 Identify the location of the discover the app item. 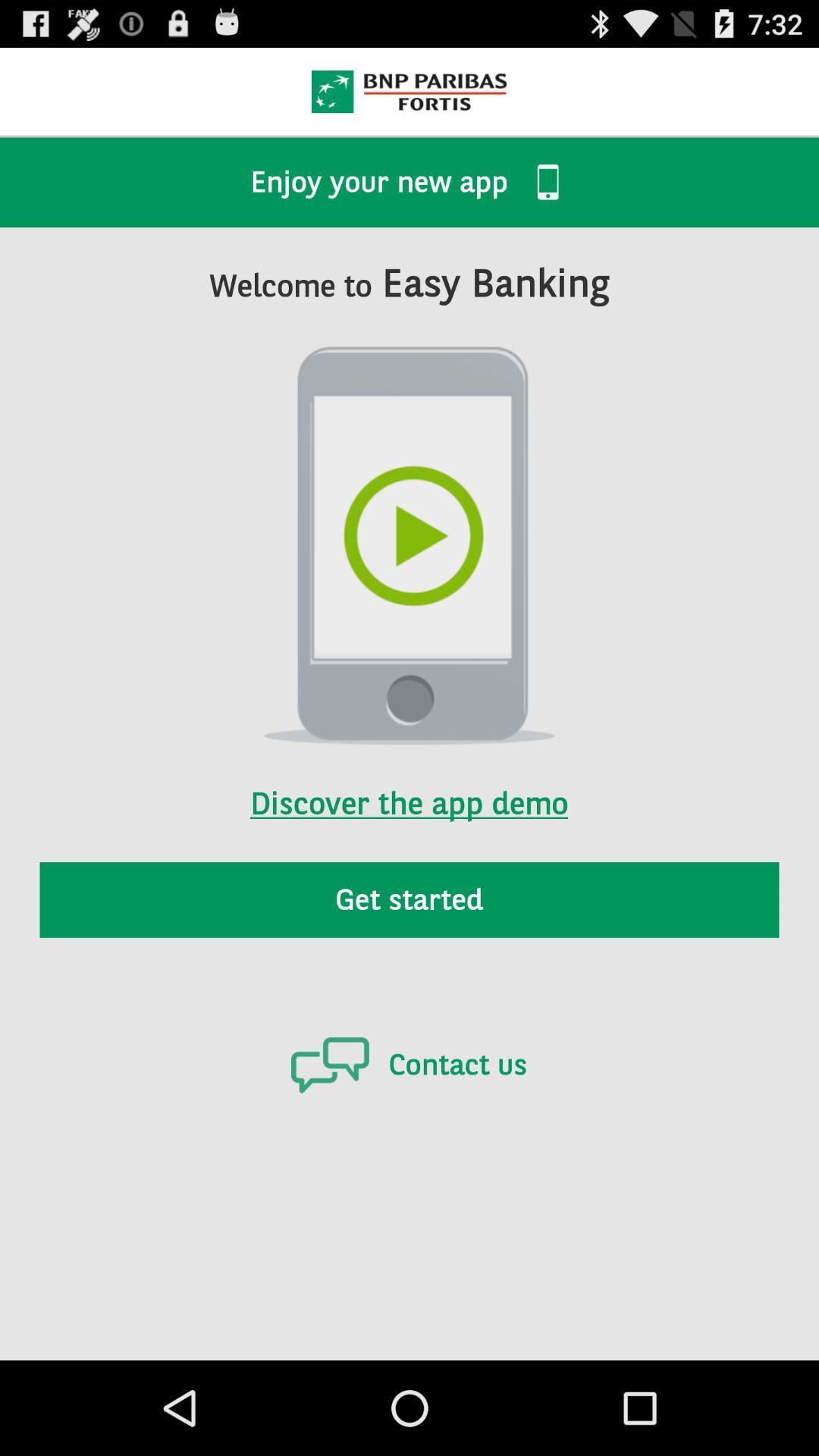
(408, 783).